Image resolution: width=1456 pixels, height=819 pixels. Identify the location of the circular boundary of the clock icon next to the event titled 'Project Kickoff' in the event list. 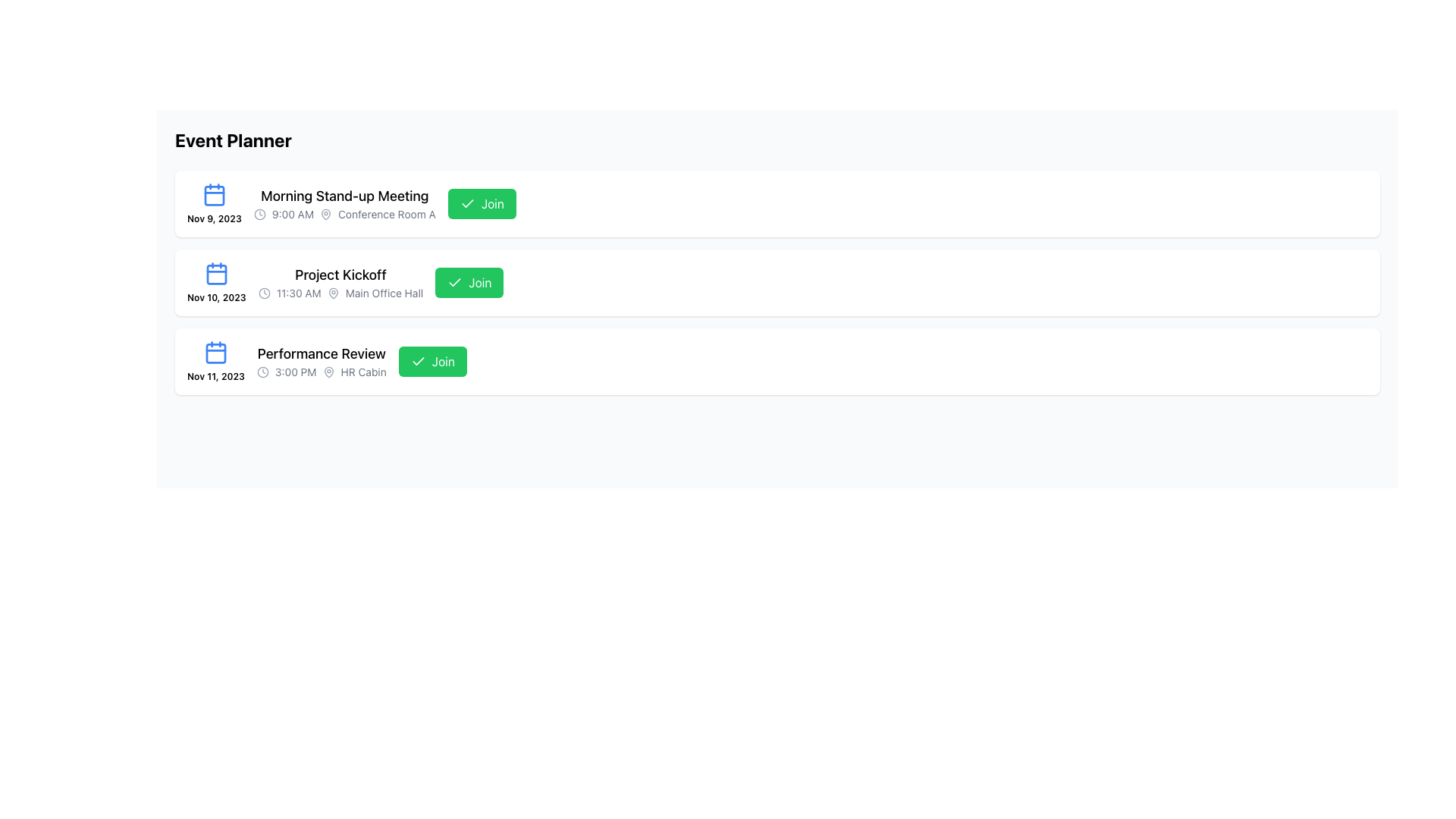
(264, 293).